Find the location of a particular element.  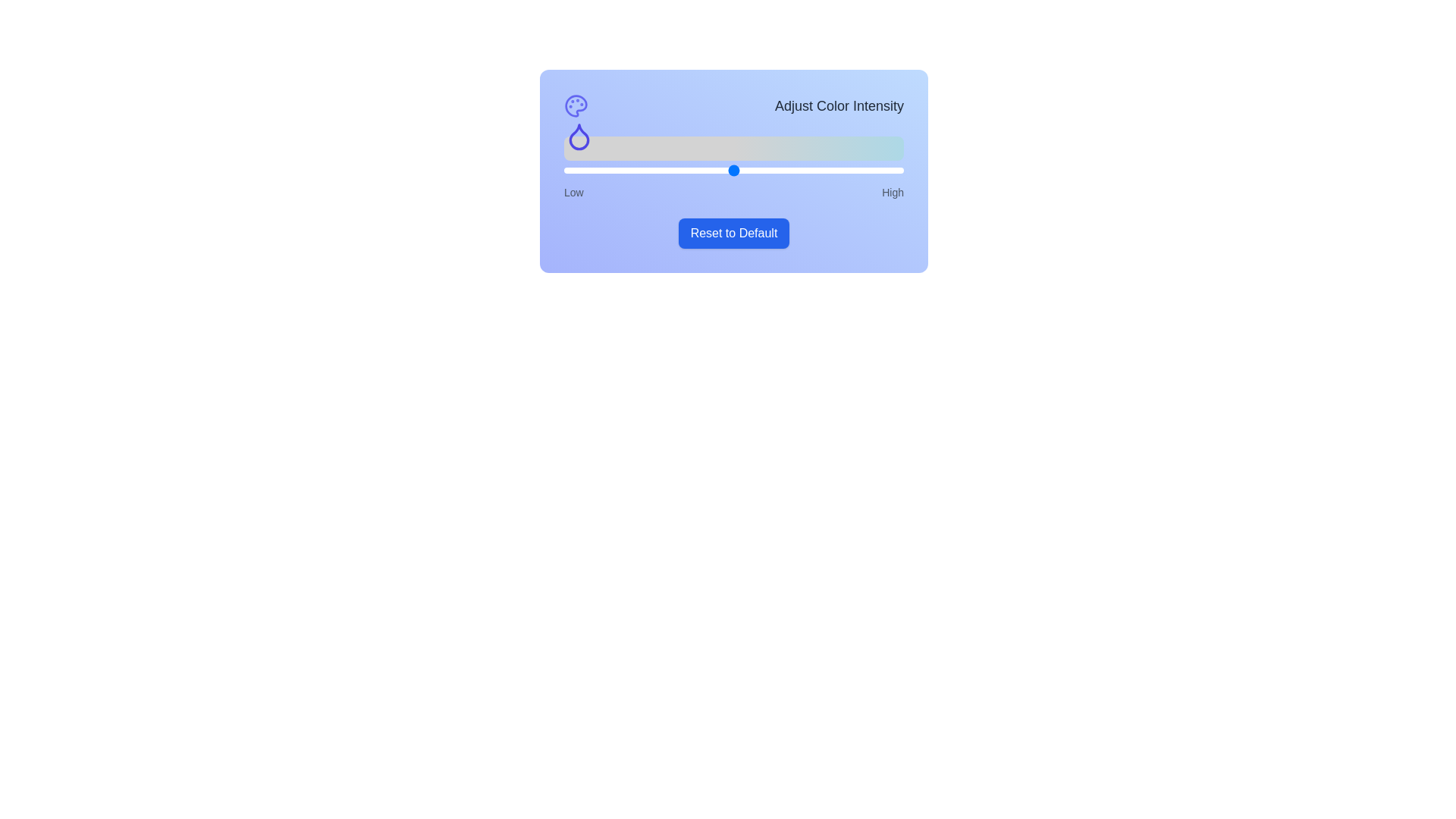

the slider to set the color intensity to 16 is located at coordinates (618, 170).